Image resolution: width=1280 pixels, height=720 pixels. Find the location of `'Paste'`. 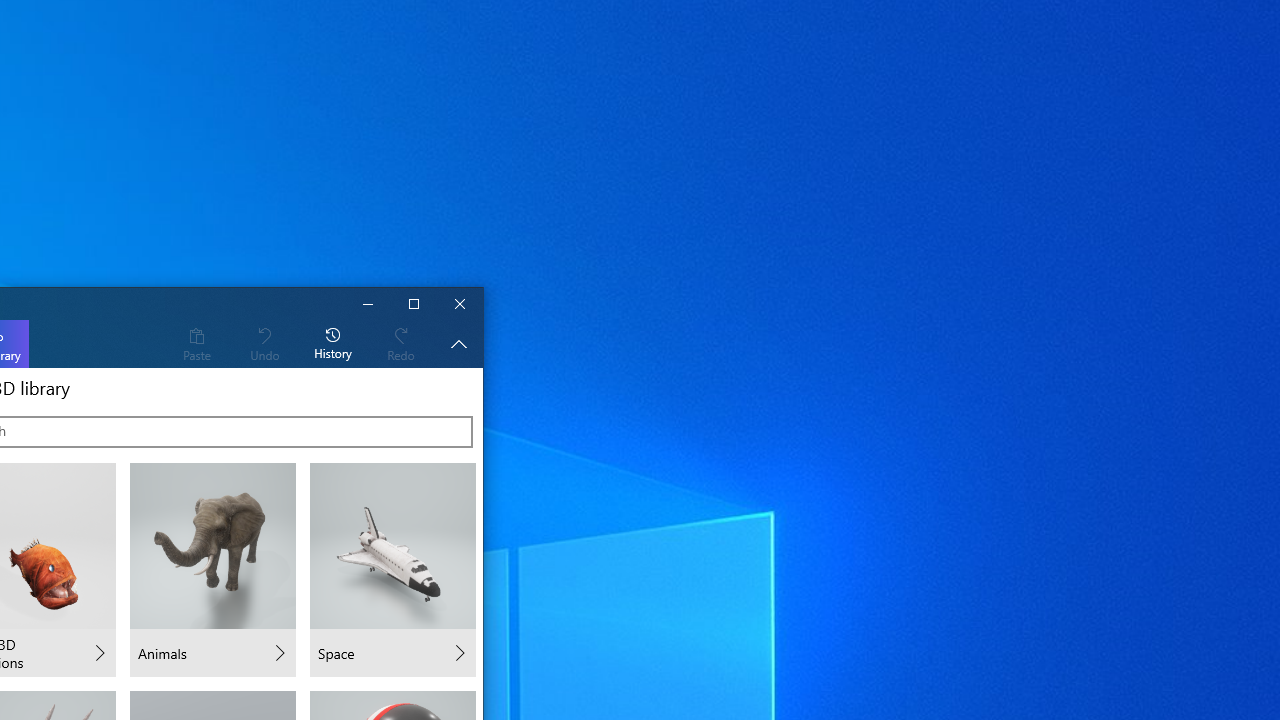

'Paste' is located at coordinates (196, 342).